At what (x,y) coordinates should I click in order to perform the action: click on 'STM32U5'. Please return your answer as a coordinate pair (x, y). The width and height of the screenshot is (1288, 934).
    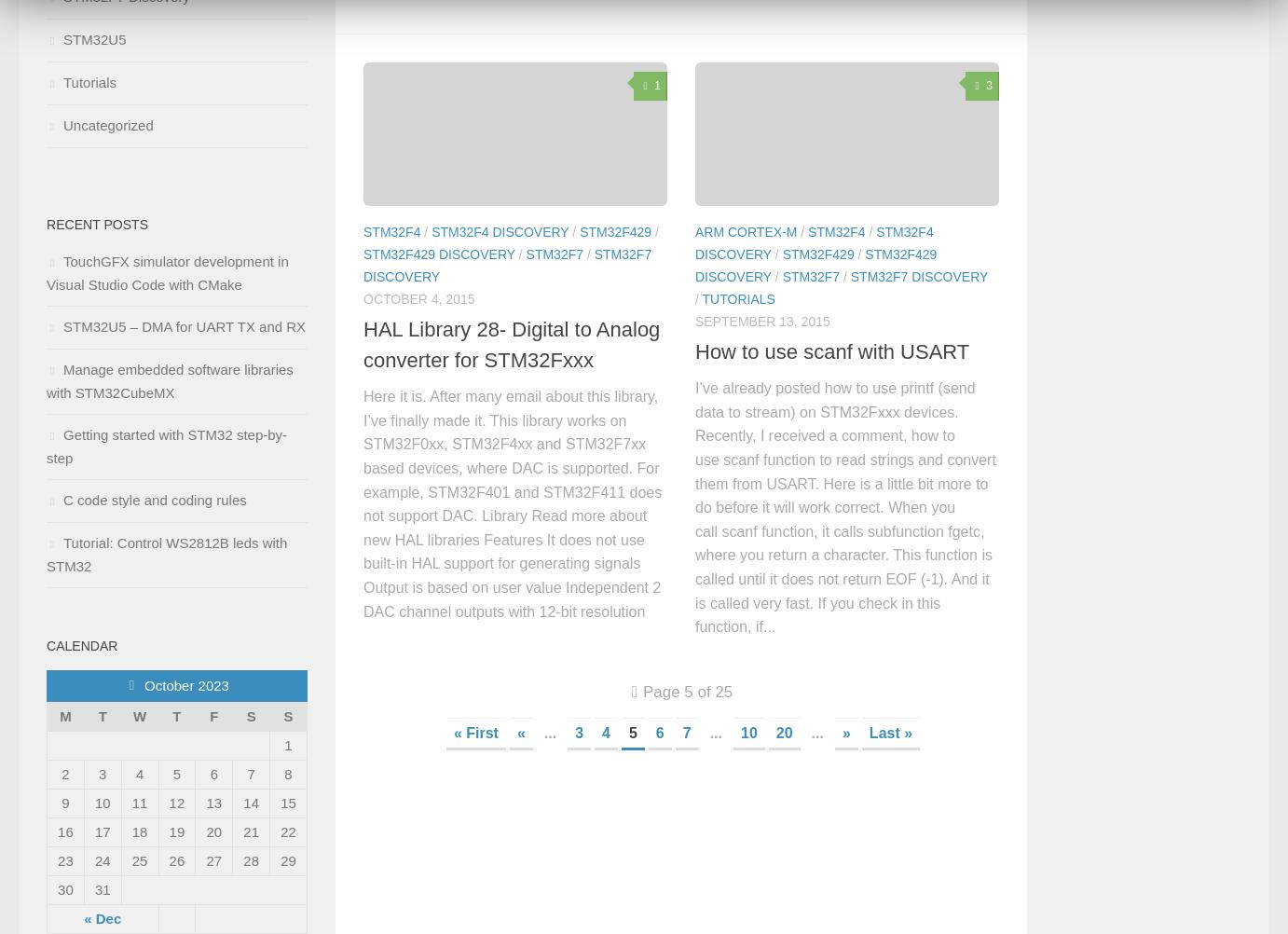
    Looking at the image, I should click on (94, 39).